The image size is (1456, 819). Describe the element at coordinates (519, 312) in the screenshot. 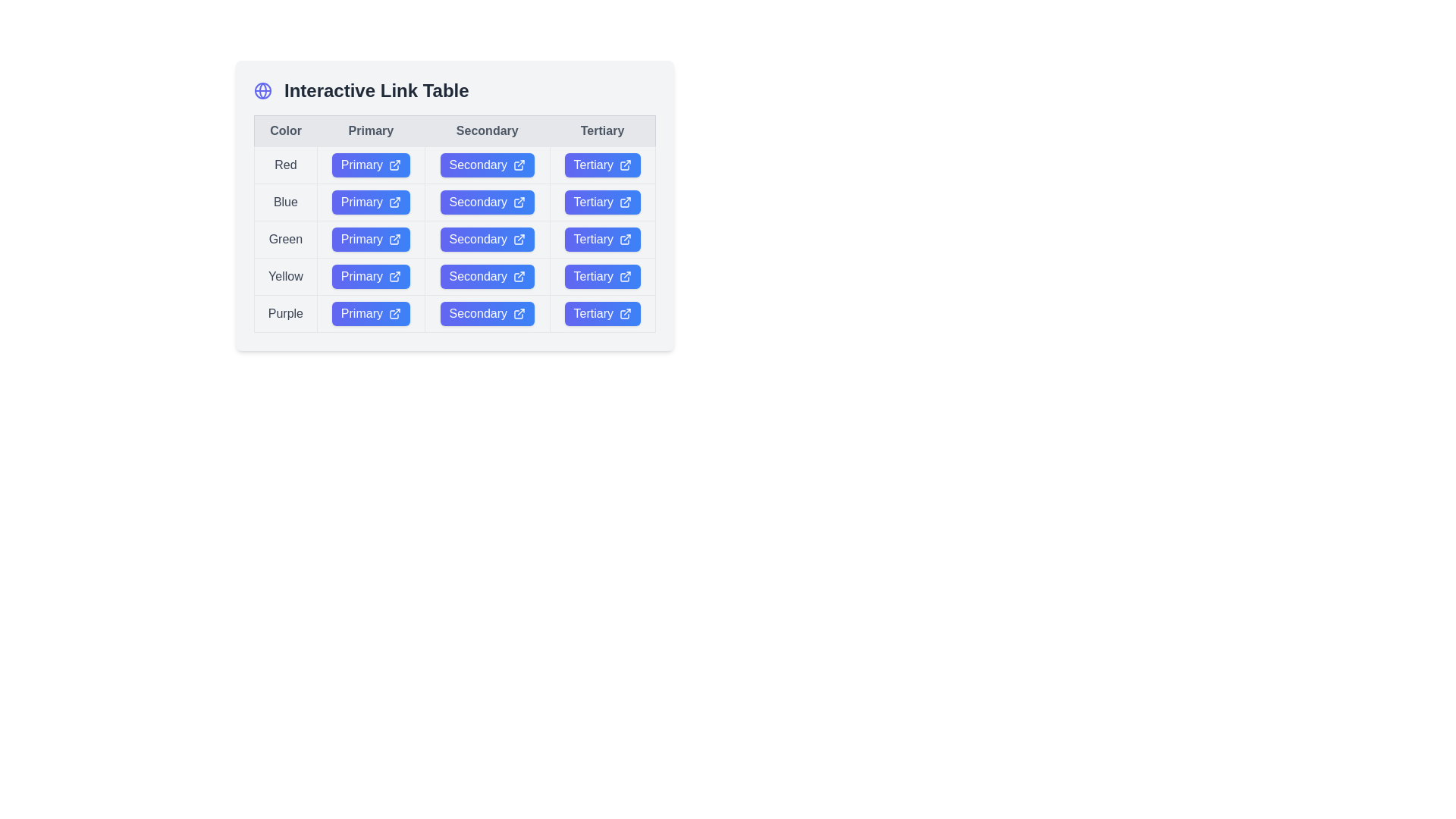

I see `the icon located immediately to the right of the 'Secondary' text within the button in the 'Purple' row and 'Secondary' column of the 'Interactive Link Table' as a visual indicator` at that location.